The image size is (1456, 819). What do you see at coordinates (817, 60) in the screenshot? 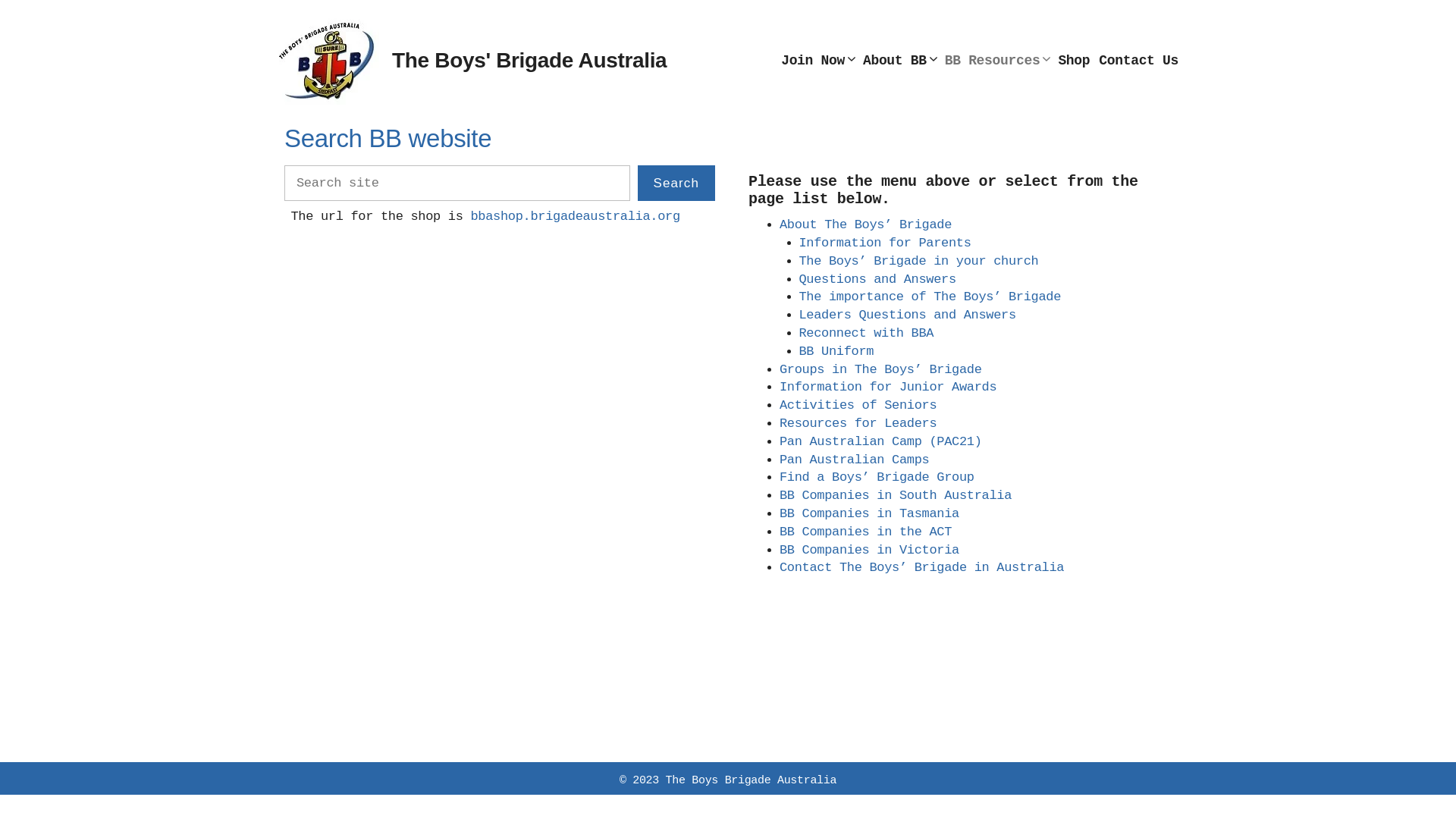
I see `'Join Now'` at bounding box center [817, 60].